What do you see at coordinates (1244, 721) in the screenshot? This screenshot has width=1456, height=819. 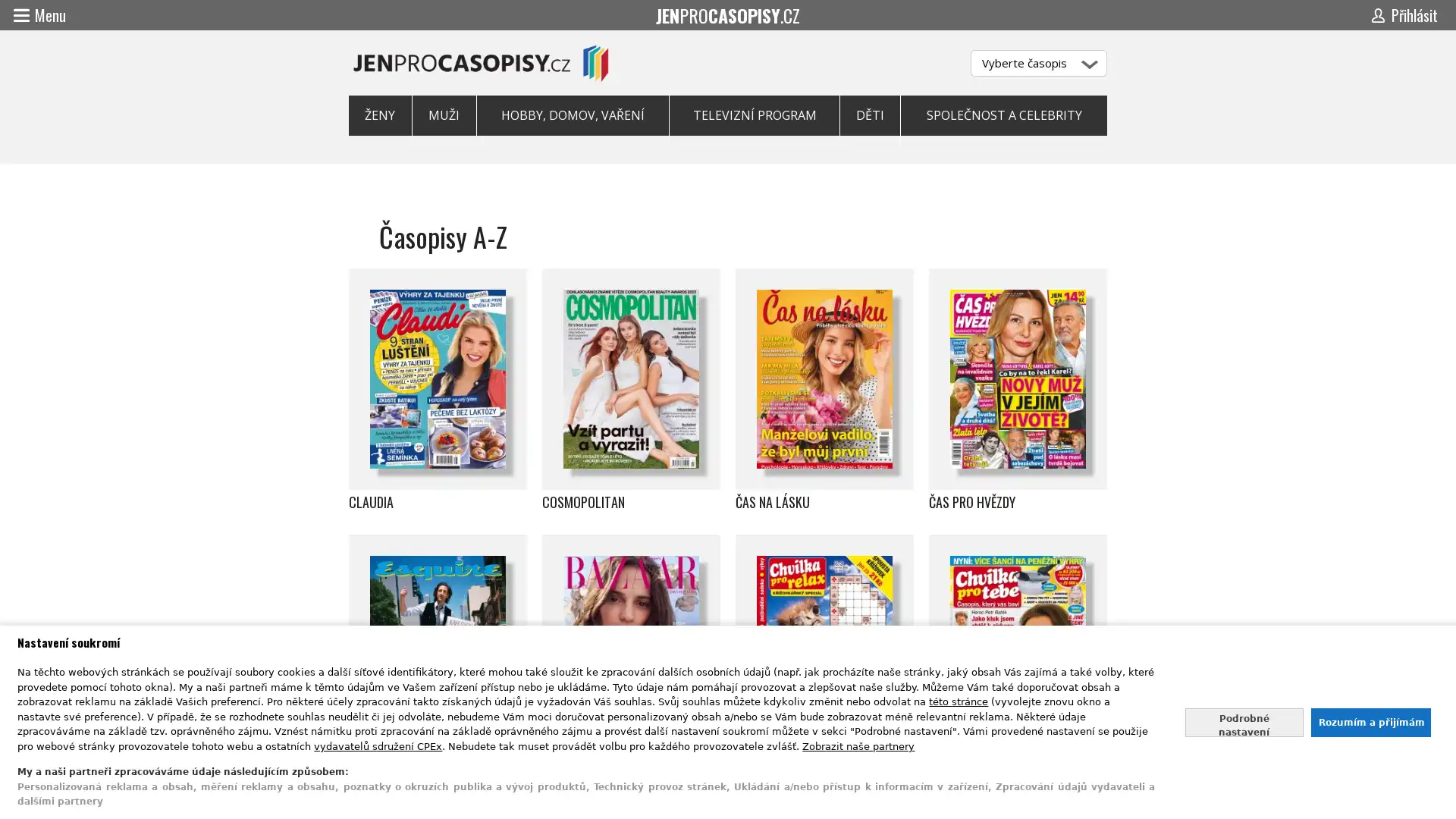 I see `Nastavte sve souhlasy` at bounding box center [1244, 721].